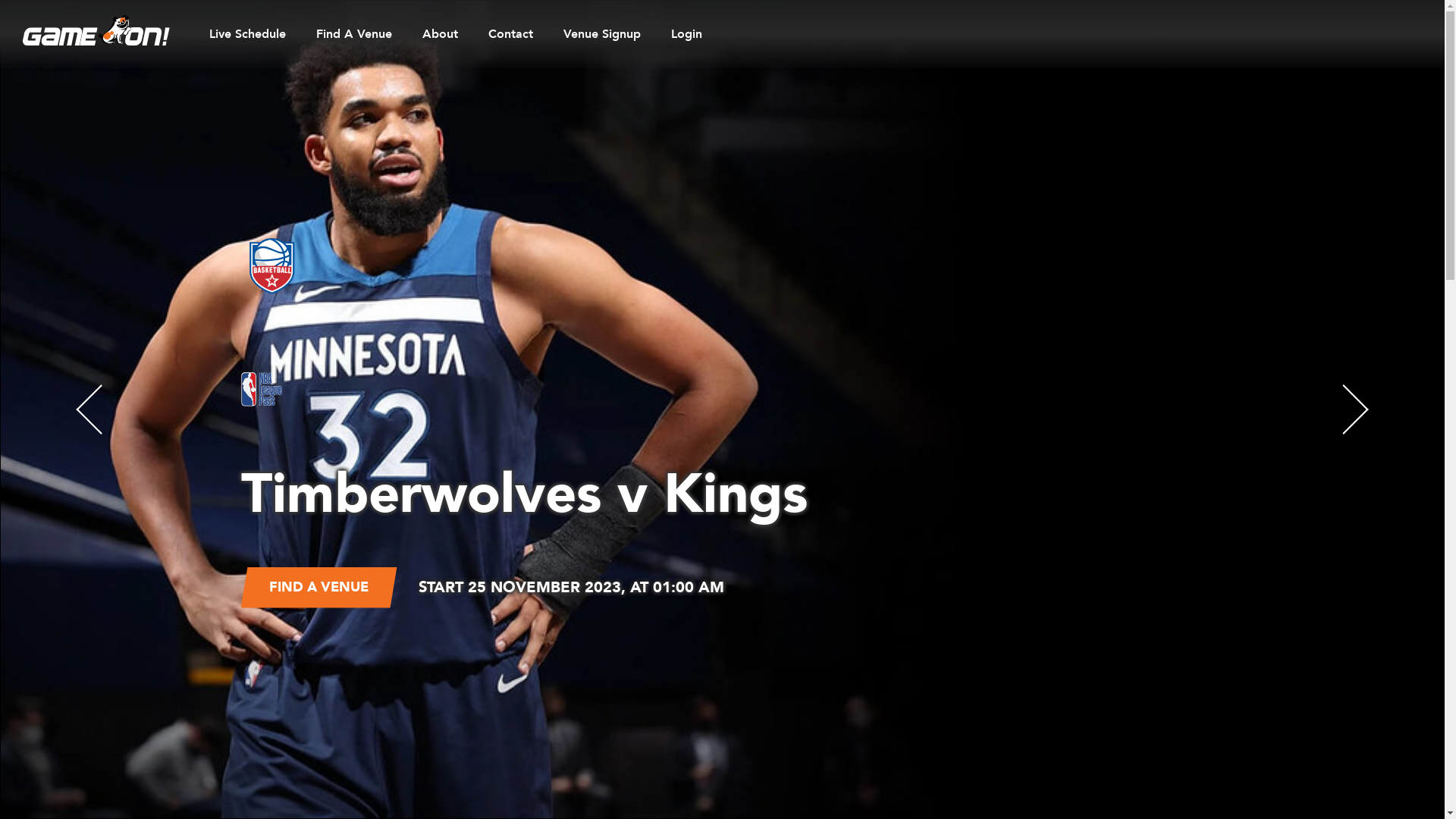 Image resolution: width=1456 pixels, height=819 pixels. I want to click on 'Game On Home page', so click(95, 30).